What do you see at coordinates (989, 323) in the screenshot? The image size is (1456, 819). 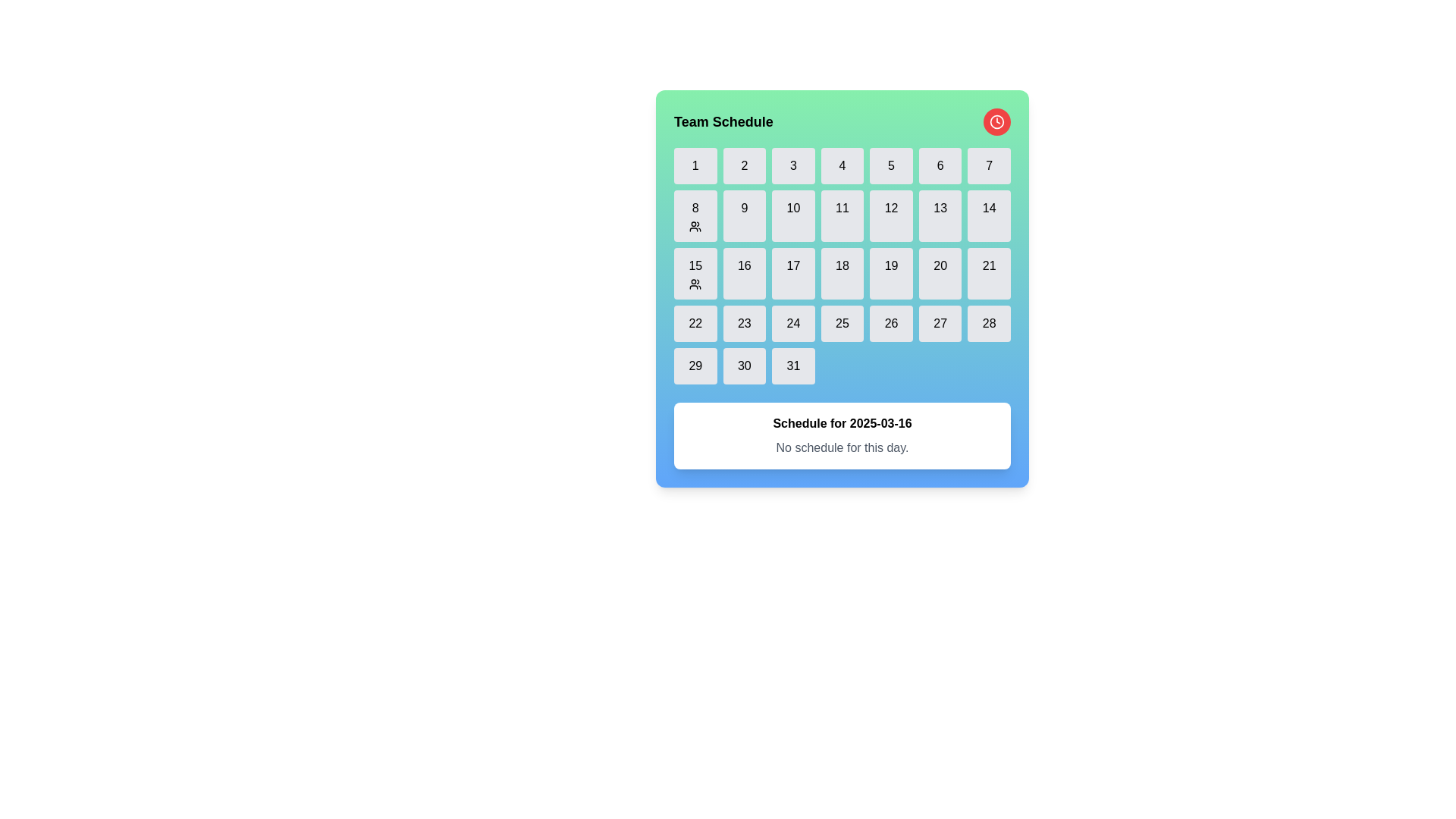 I see `the non-interactive label representing day 28 in the calendar view, located as the eighth item in the fourth row of the grid structure` at bounding box center [989, 323].